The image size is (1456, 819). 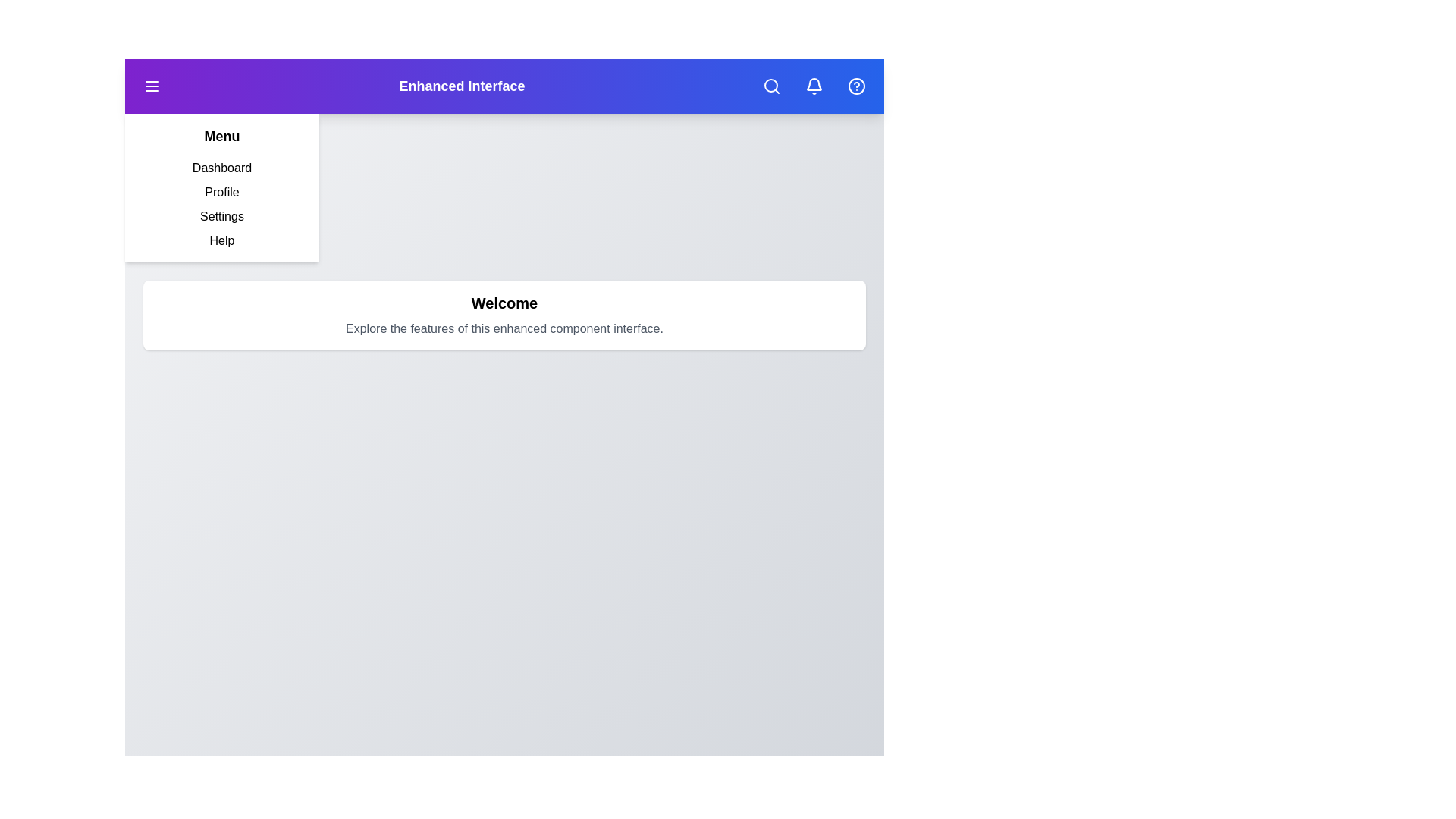 I want to click on the description text below 'Welcome', so click(x=504, y=328).